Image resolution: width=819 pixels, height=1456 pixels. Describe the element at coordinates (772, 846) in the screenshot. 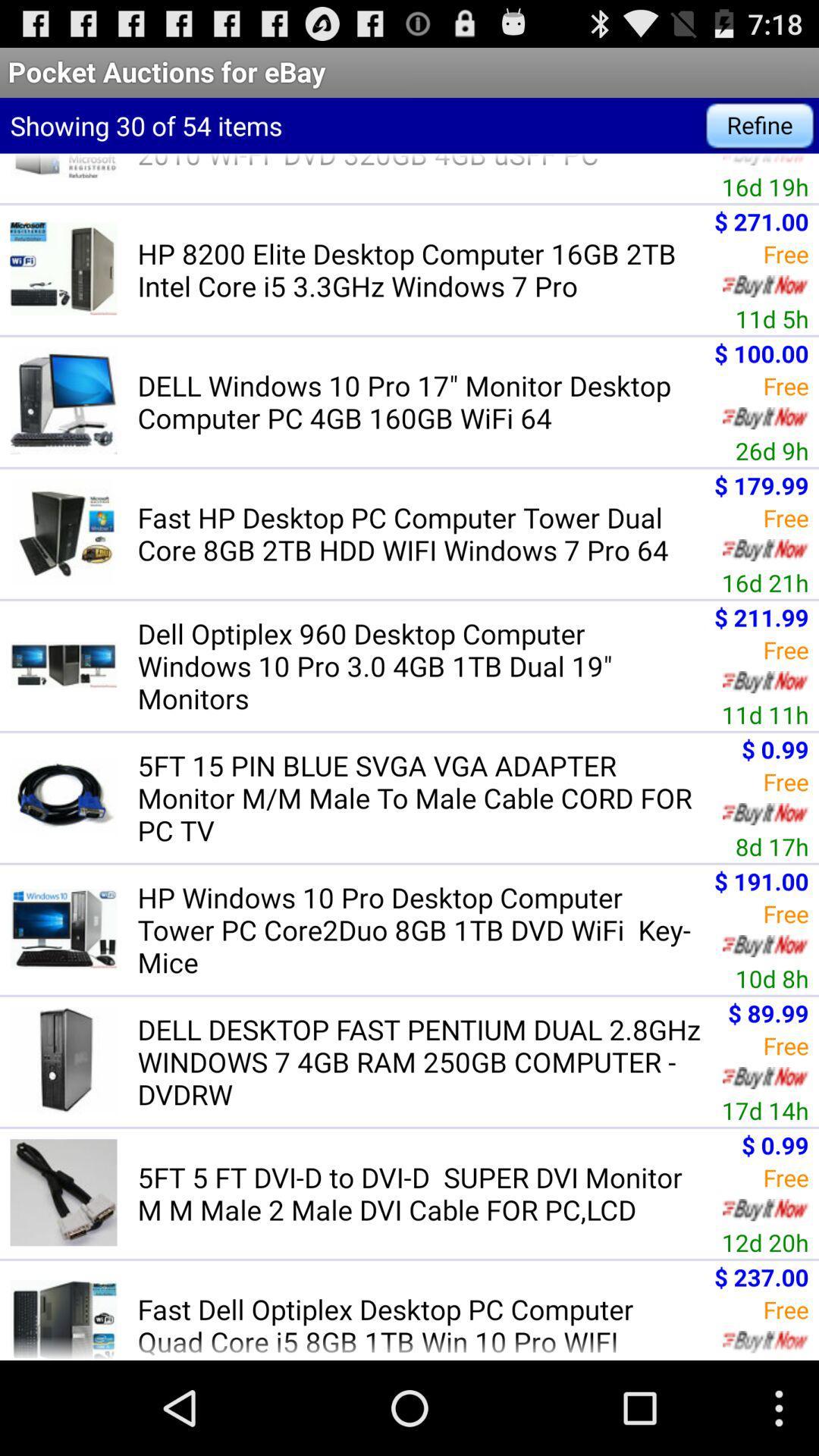

I see `8d 17h item` at that location.